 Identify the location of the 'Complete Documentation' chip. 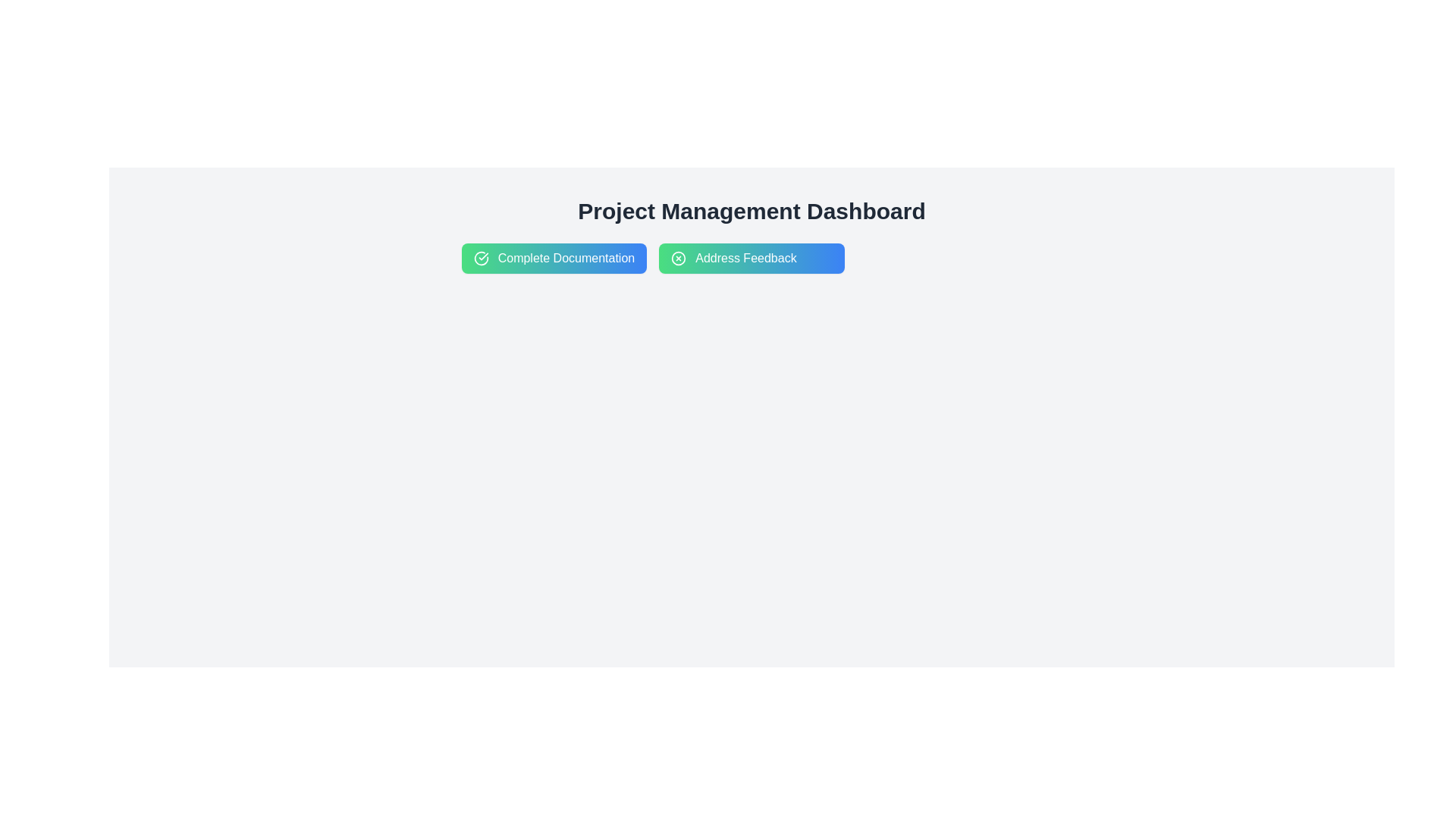
(552, 257).